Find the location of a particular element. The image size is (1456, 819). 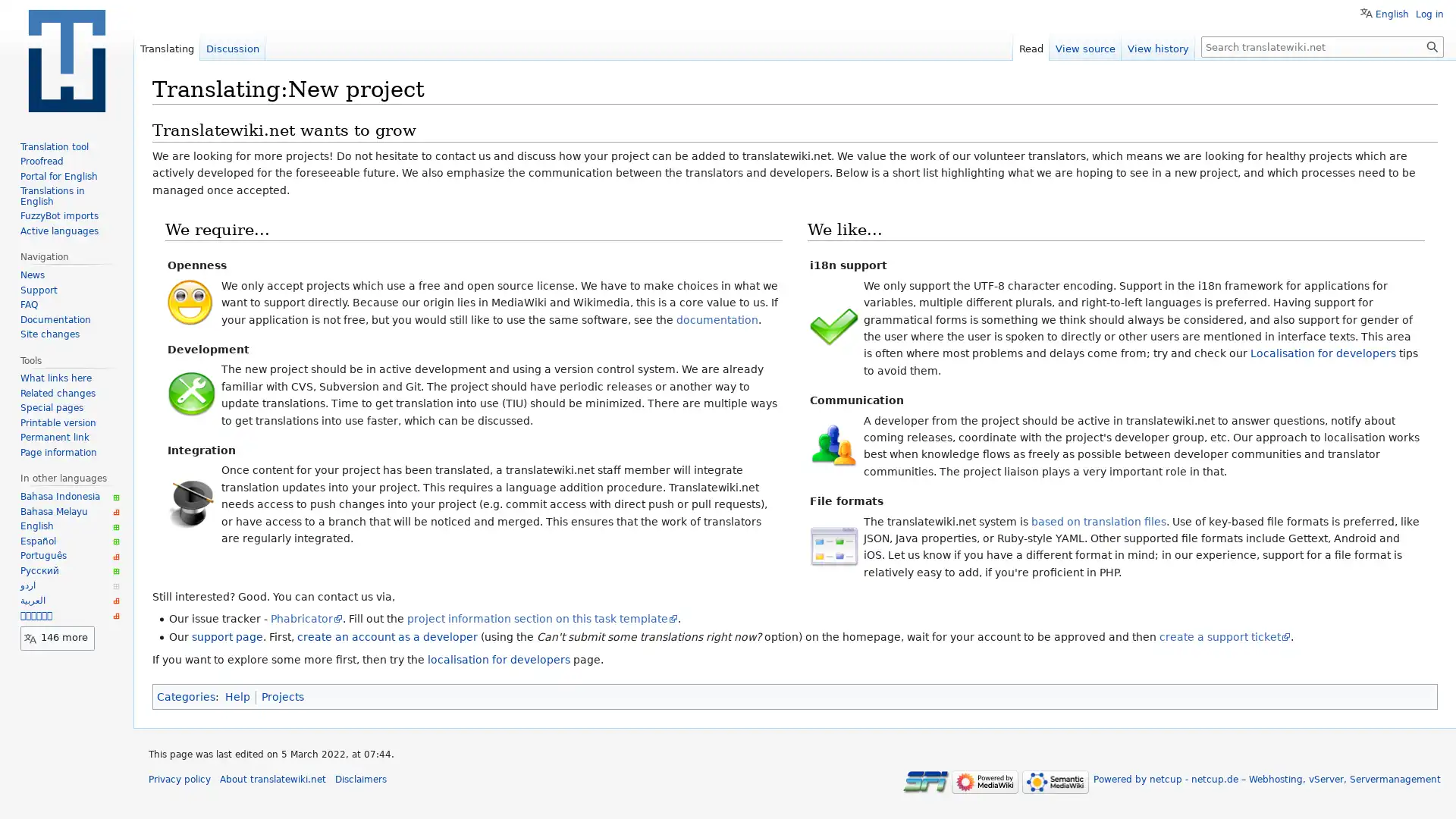

Search is located at coordinates (1432, 45).